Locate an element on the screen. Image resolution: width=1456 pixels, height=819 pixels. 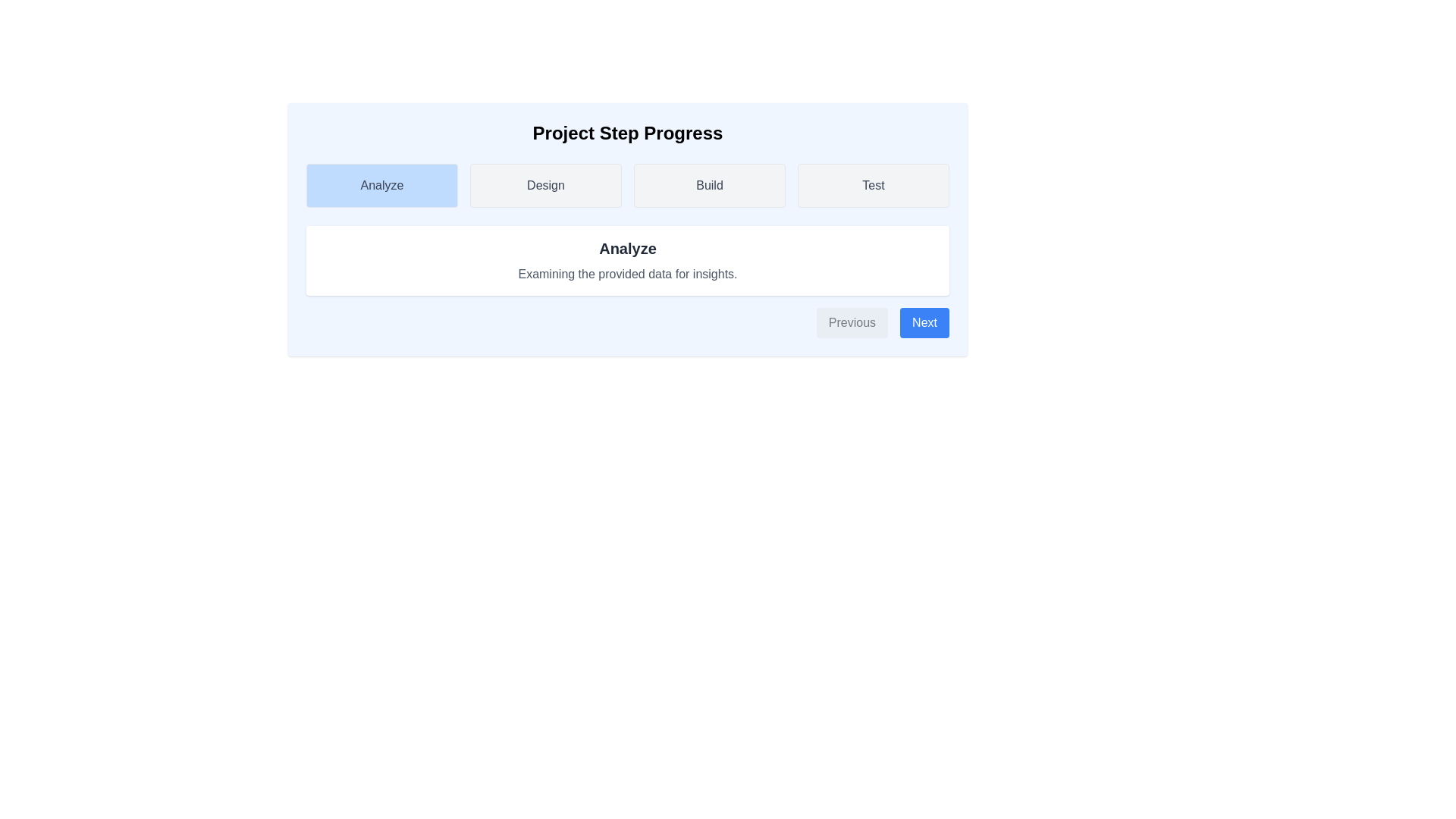
the 'Previous' button located in the bottom-right section of the interface to observe any visual effects implemented for this button is located at coordinates (852, 322).